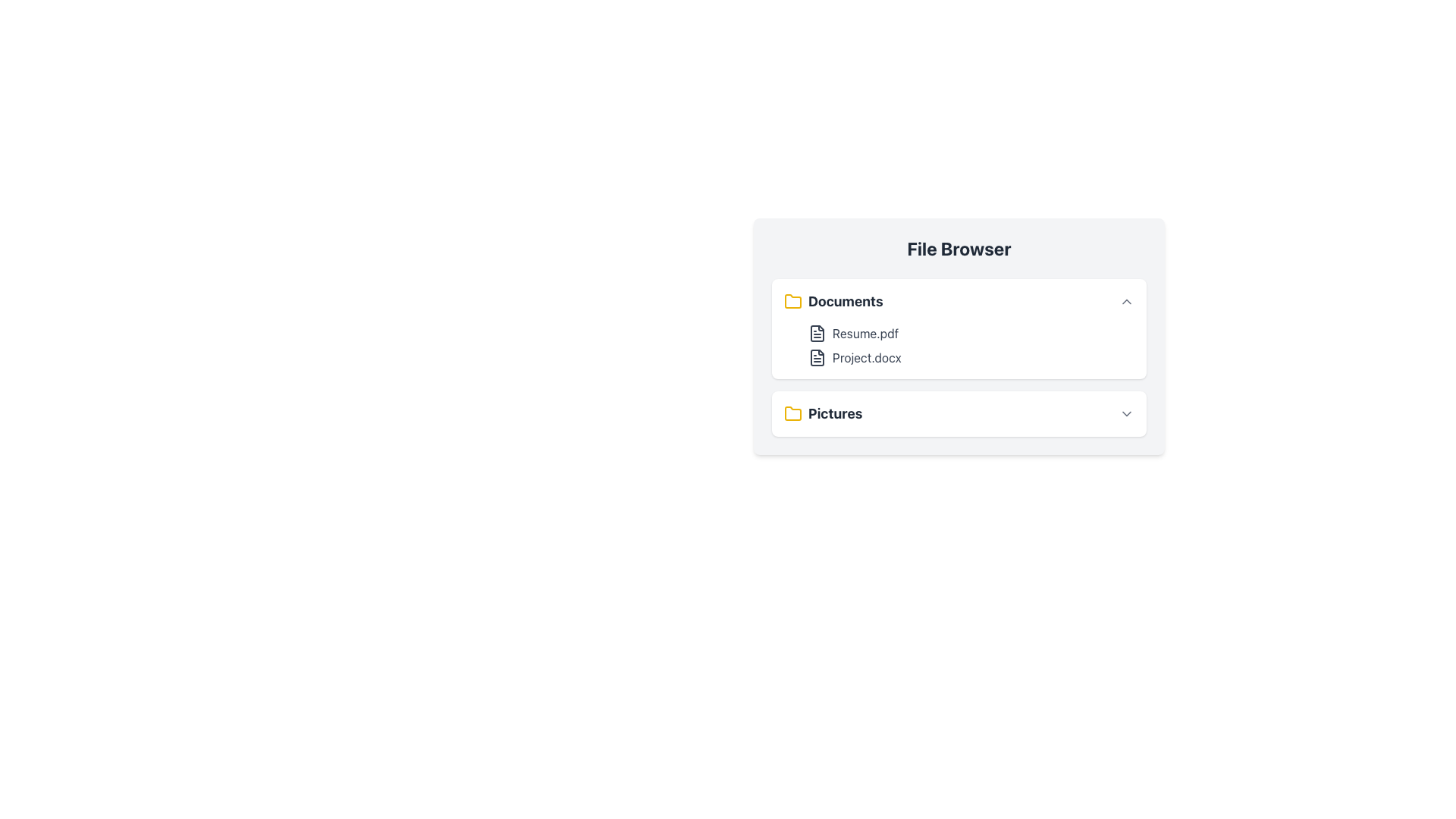  I want to click on the square-shaped document icon with a folded corner located at the top-left of the document representation under the 'Documents' category, next to 'Resume.pdf', so click(817, 357).